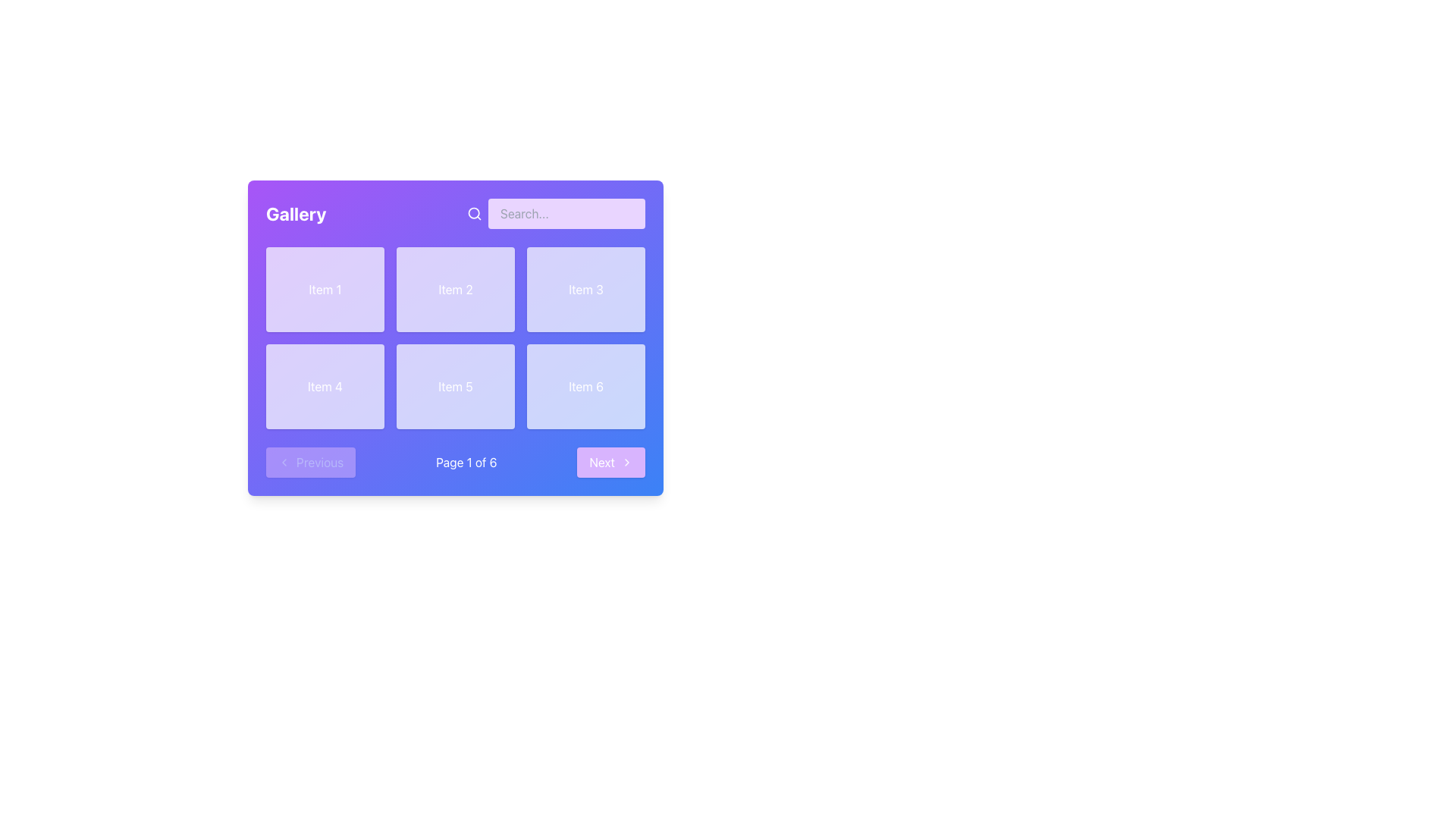 Image resolution: width=1456 pixels, height=819 pixels. What do you see at coordinates (324, 385) in the screenshot?
I see `the 'Item 4' button, which is a rectangular card with rounded corners located in the second row of a 2x3 grid layout` at bounding box center [324, 385].